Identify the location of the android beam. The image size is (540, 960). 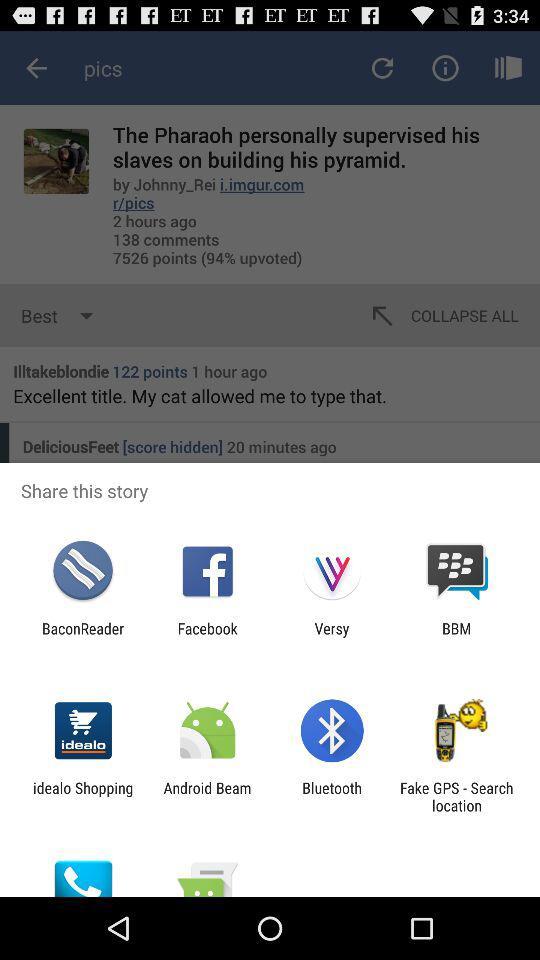
(206, 796).